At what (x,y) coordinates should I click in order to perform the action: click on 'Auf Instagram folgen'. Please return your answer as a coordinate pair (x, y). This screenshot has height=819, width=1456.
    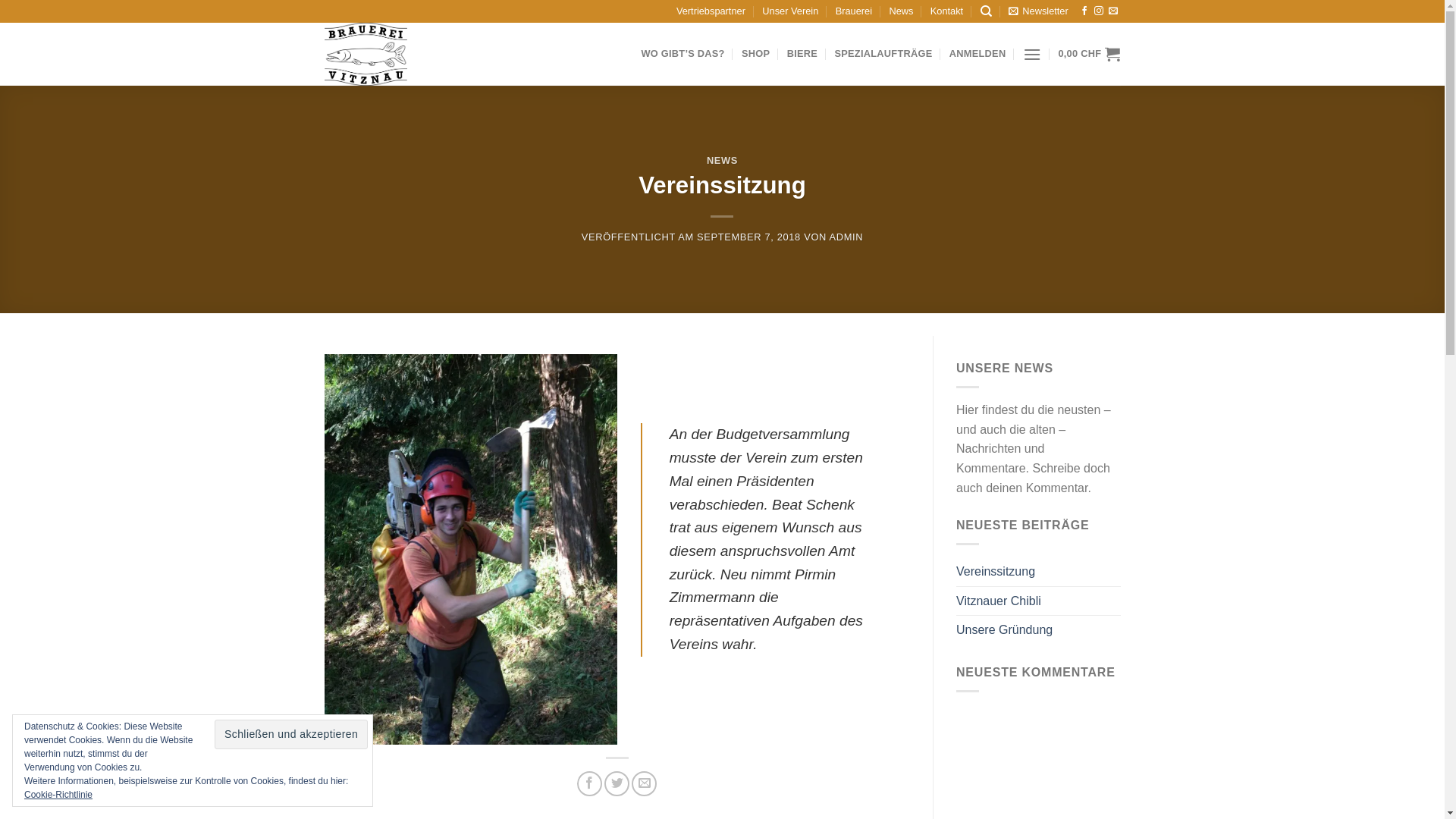
    Looking at the image, I should click on (1099, 11).